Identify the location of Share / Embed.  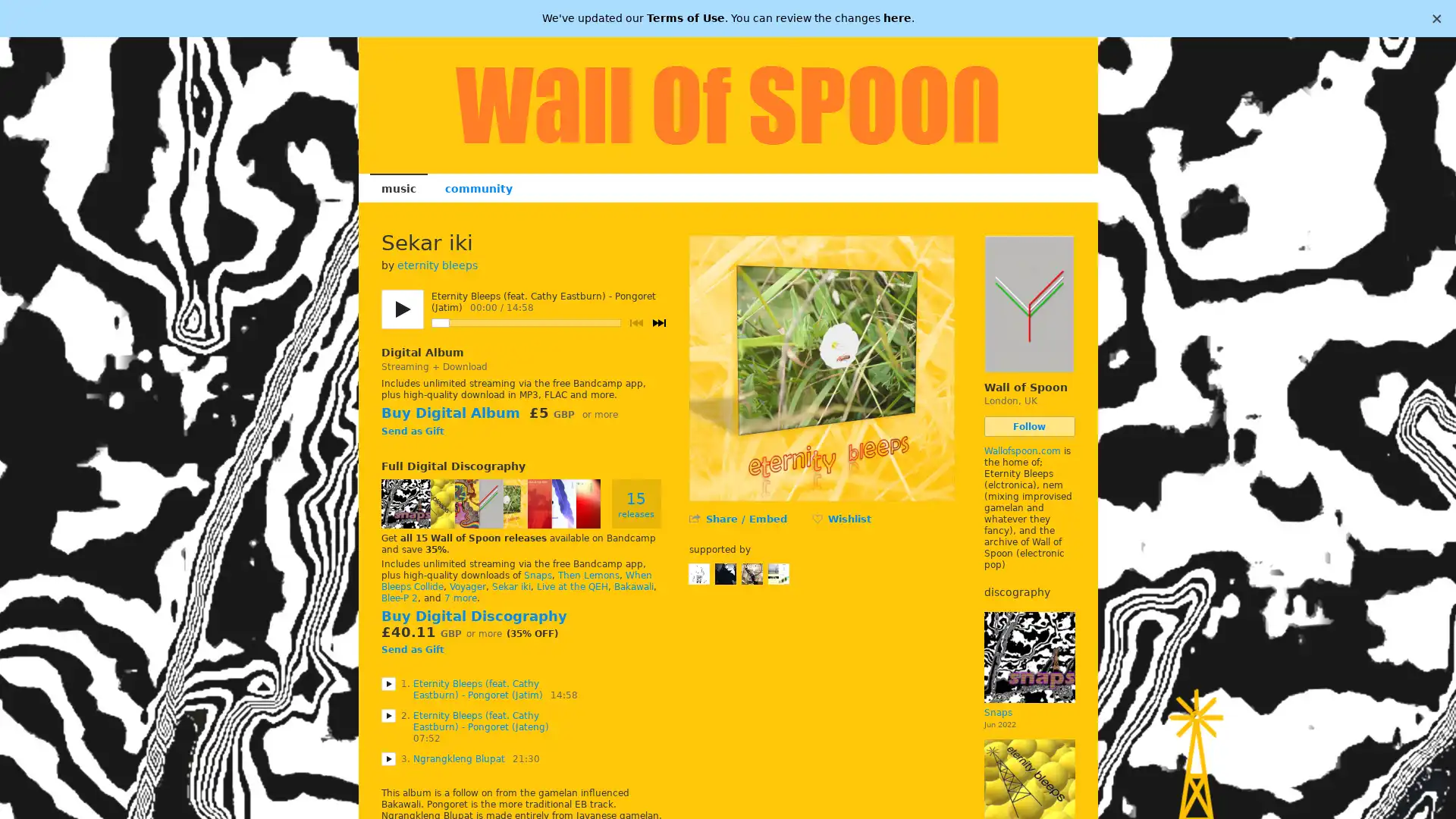
(745, 518).